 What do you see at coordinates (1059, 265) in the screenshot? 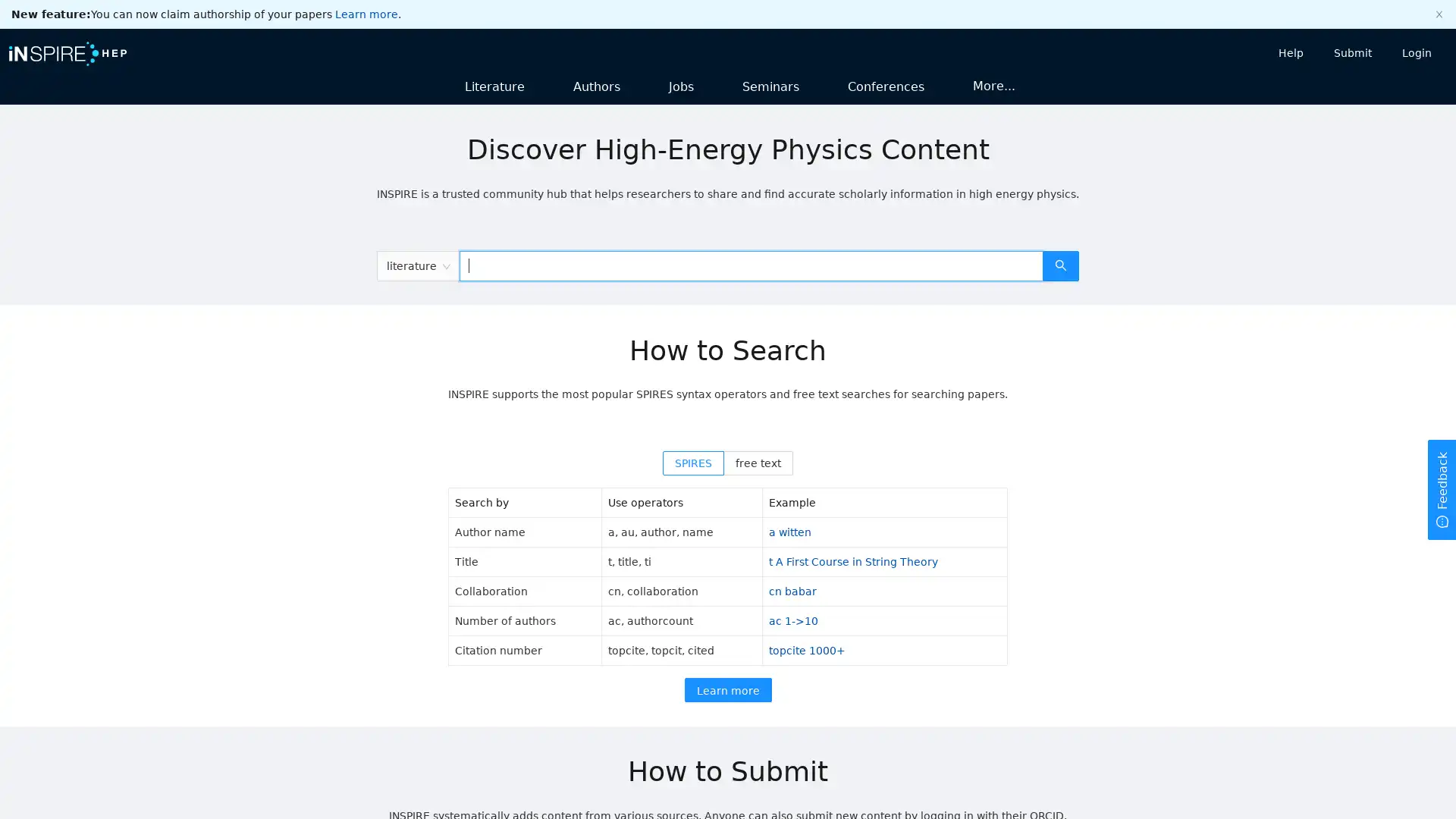
I see `search` at bounding box center [1059, 265].